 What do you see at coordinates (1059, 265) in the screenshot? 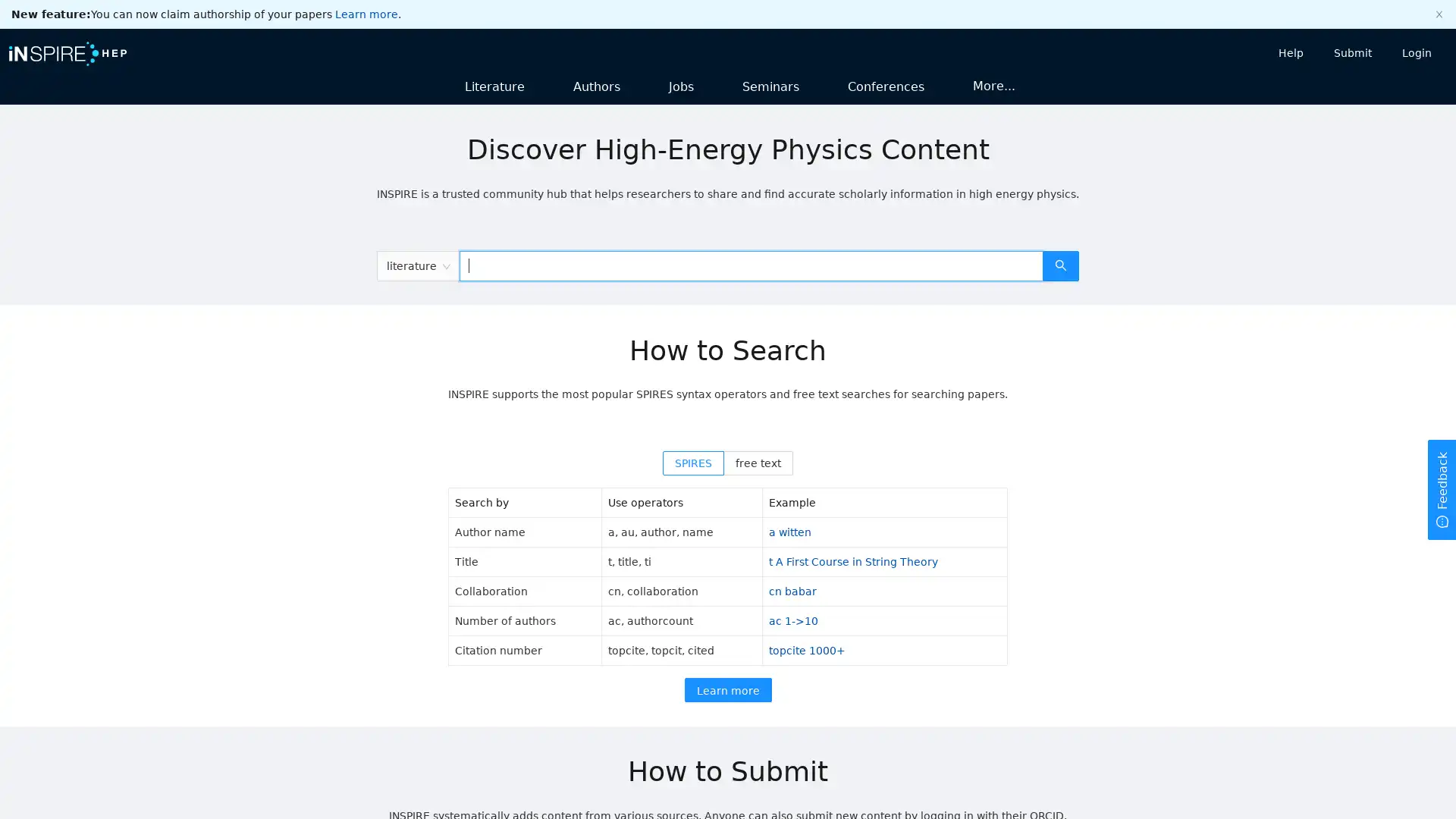
I see `search` at bounding box center [1059, 265].